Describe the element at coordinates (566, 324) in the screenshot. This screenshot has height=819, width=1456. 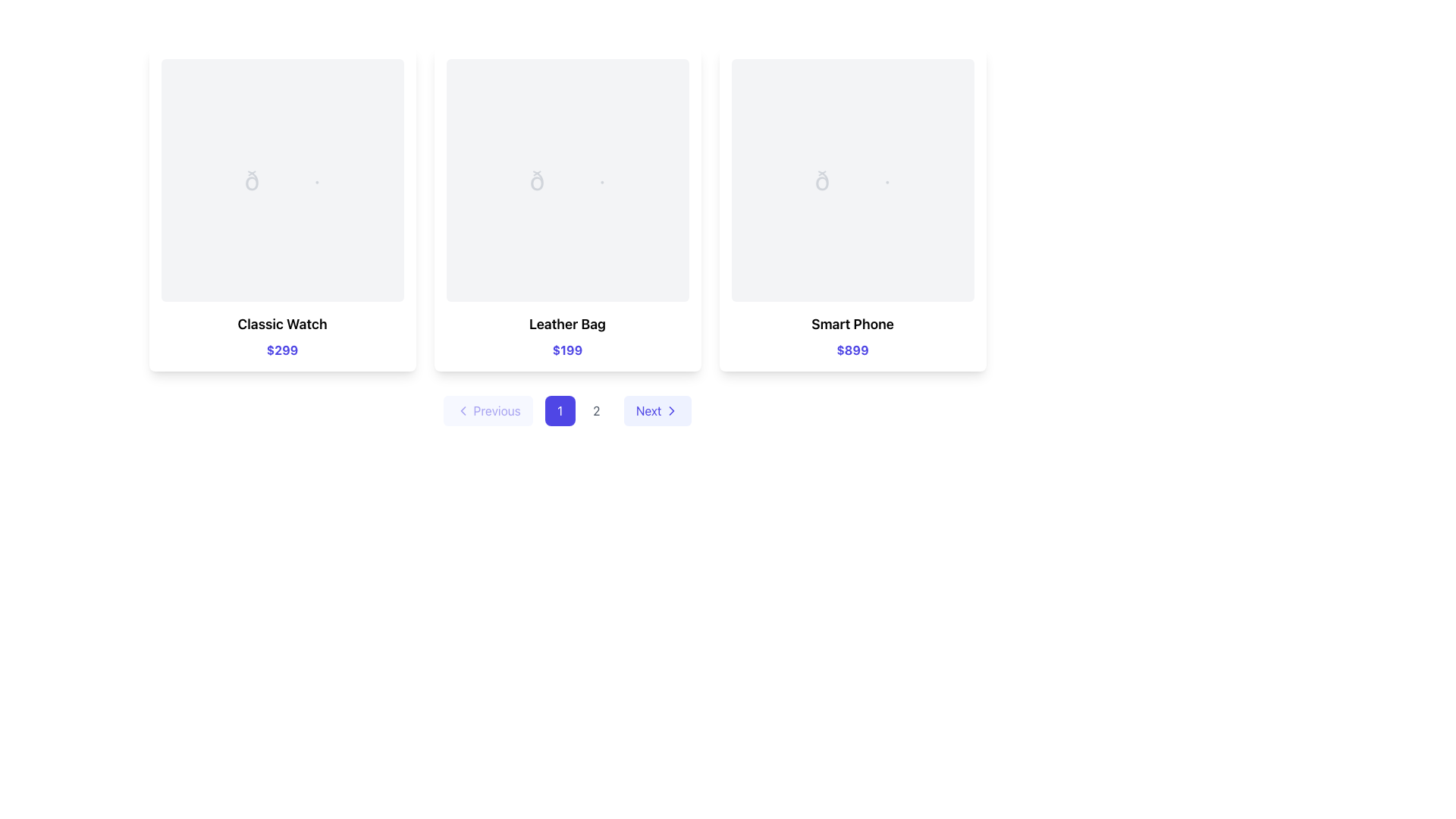
I see `the text label displaying 'Leather Bag', which is emphasized in bold and larger font, located in the center column of a three-column layout, positioned below the image placeholder and above the price text '$199'` at that location.